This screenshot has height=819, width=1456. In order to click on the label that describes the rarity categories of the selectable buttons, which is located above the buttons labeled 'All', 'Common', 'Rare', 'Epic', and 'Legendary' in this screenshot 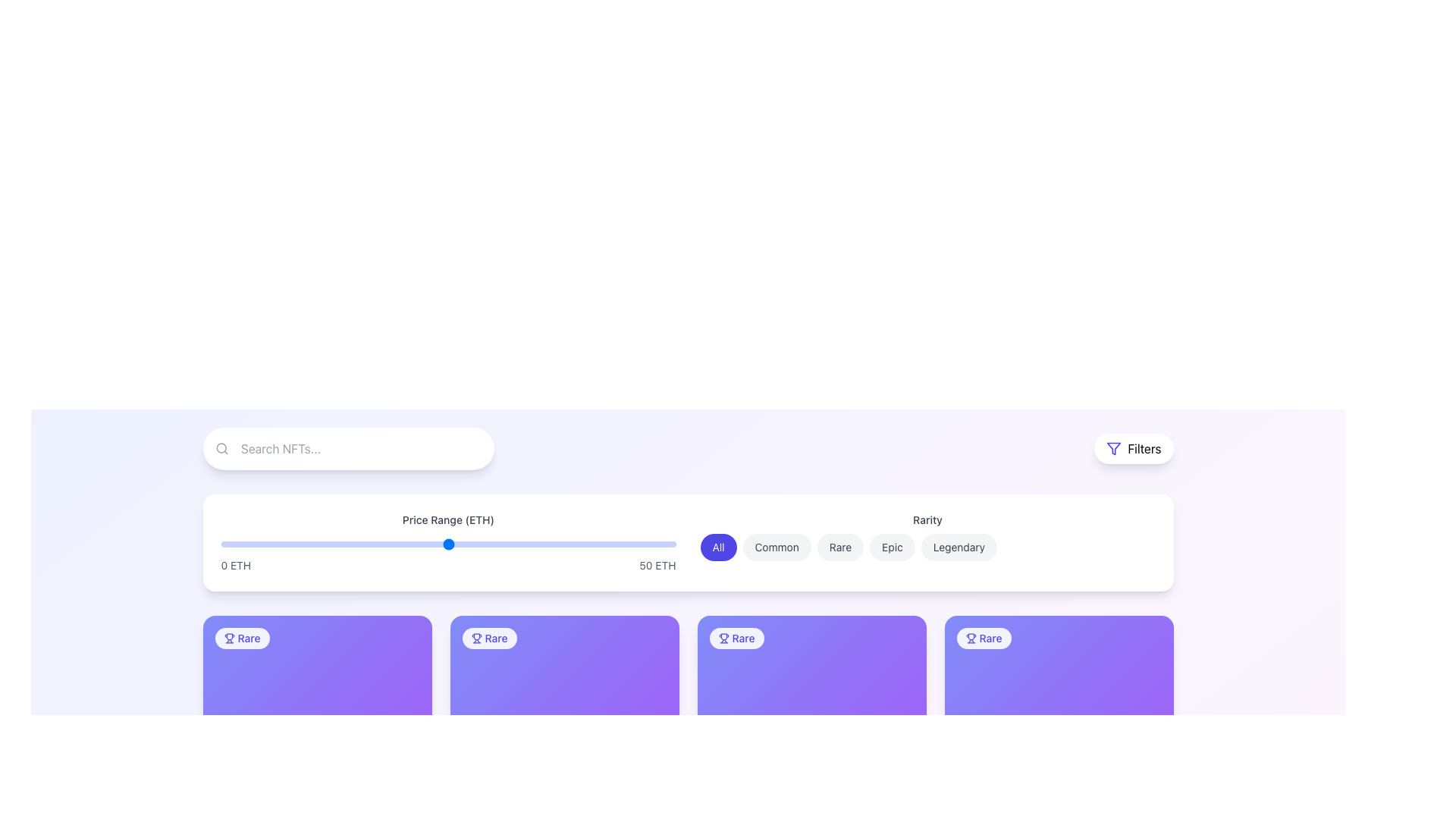, I will do `click(927, 519)`.